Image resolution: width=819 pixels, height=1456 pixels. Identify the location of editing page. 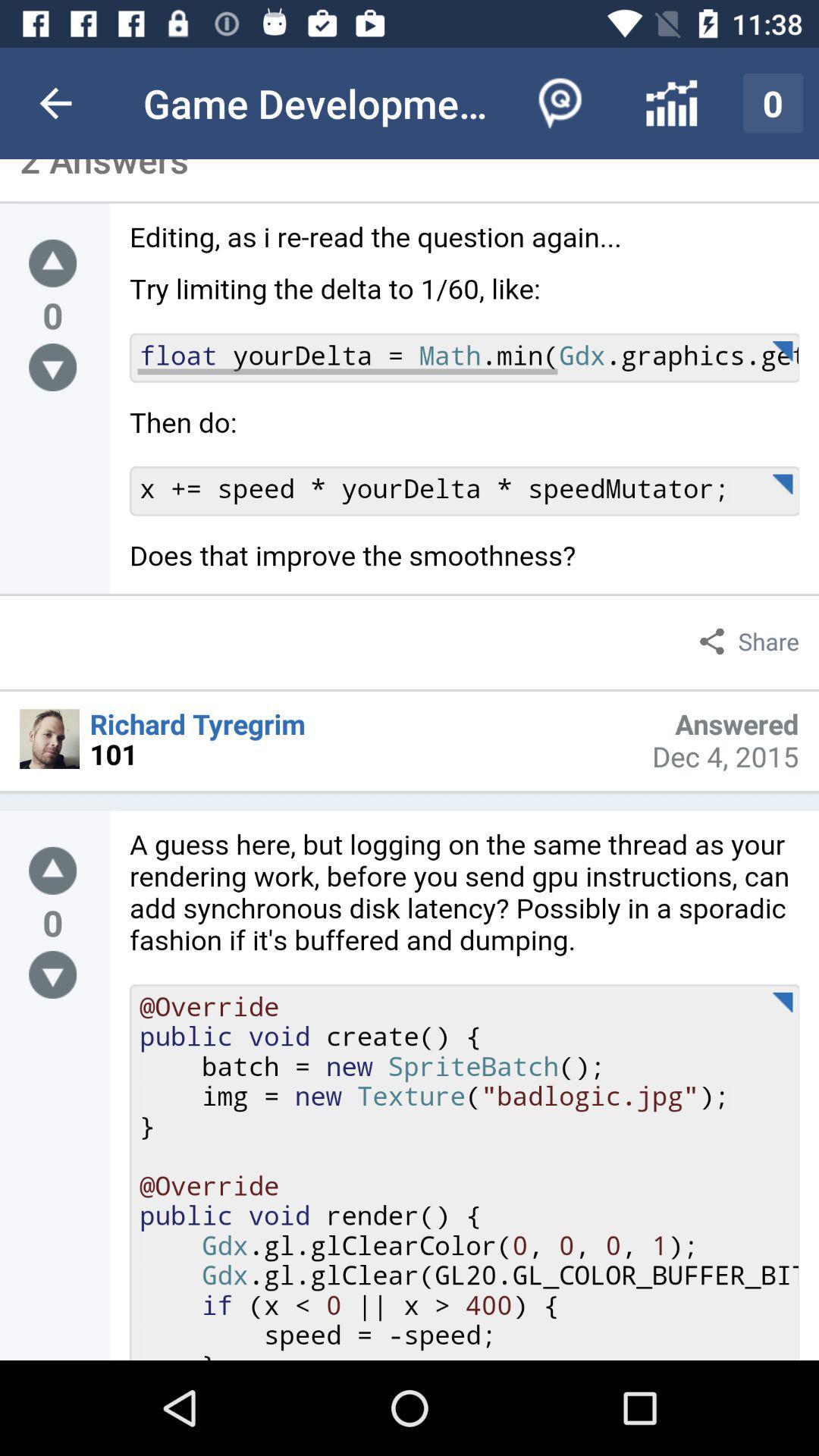
(52, 263).